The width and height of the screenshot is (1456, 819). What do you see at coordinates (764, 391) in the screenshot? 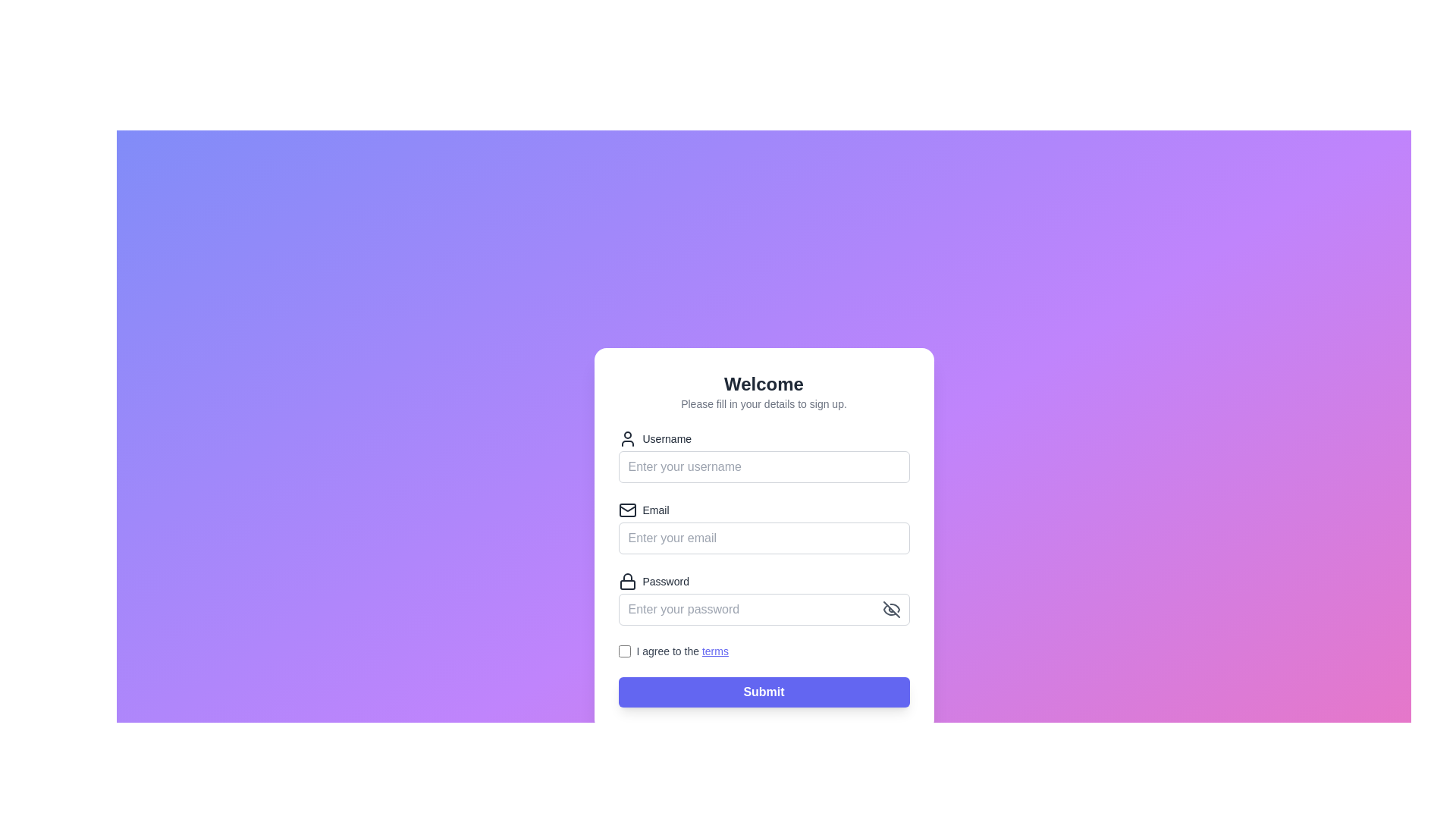
I see `the text element with the heading 'Welcome' and the subheading 'Please fill in your details to sign up.' which is positioned at the top of the form card interface` at bounding box center [764, 391].